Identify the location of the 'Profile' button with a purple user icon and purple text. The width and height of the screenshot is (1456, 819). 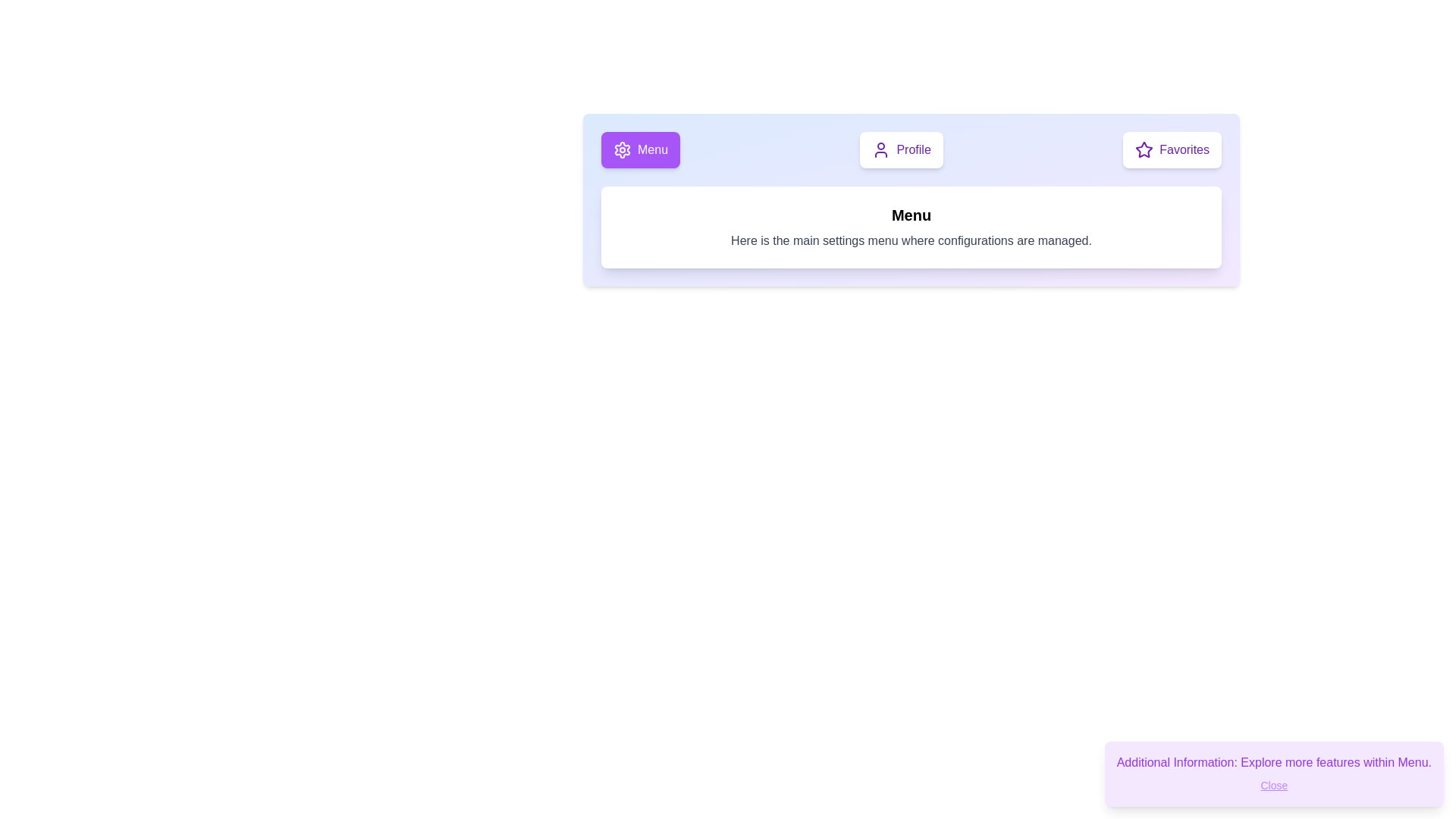
(902, 149).